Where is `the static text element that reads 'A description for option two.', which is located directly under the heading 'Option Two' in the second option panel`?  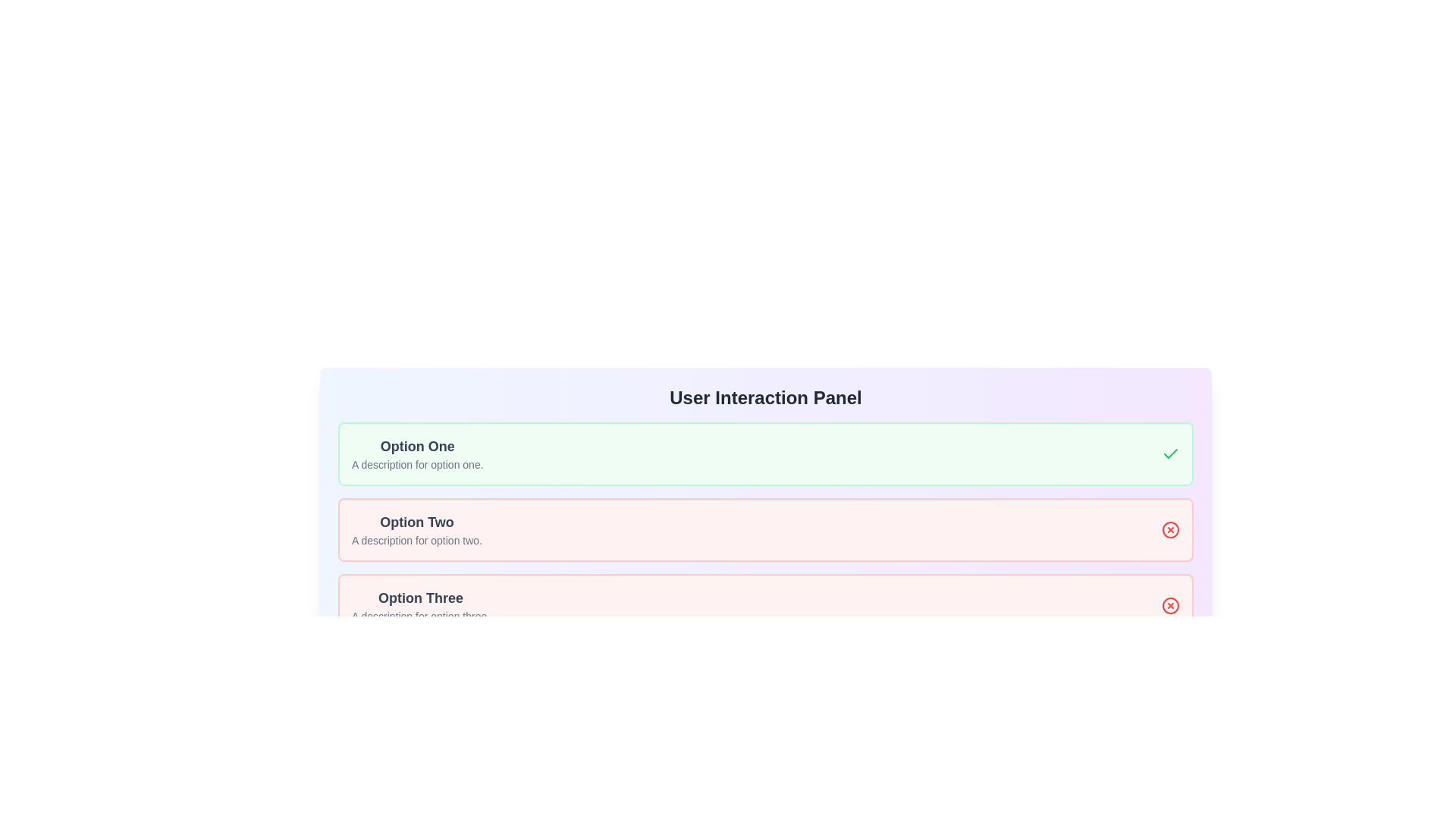
the static text element that reads 'A description for option two.', which is located directly under the heading 'Option Two' in the second option panel is located at coordinates (417, 540).